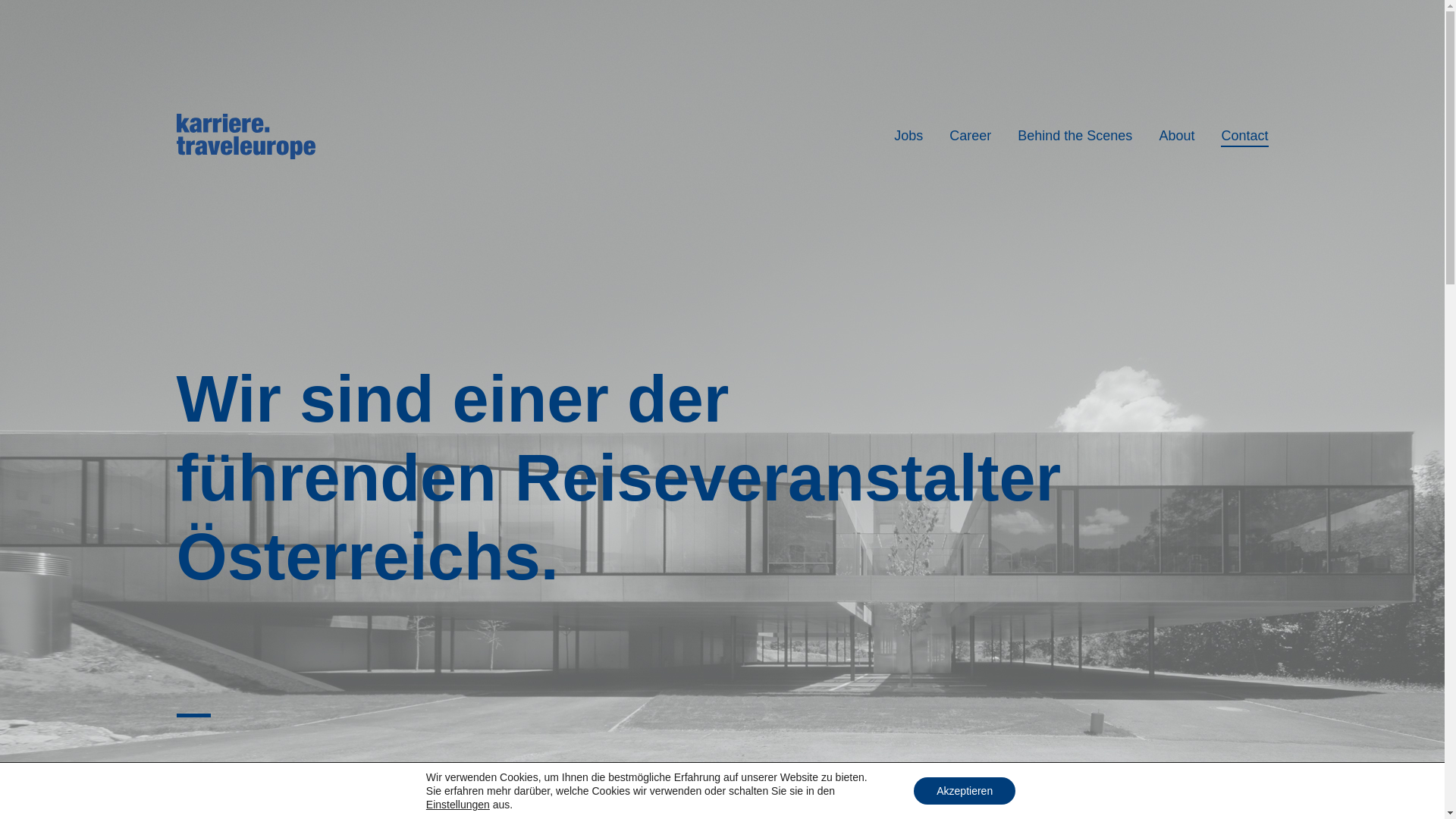 This screenshot has height=819, width=1456. Describe the element at coordinates (457, 803) in the screenshot. I see `'Einstellungen'` at that location.